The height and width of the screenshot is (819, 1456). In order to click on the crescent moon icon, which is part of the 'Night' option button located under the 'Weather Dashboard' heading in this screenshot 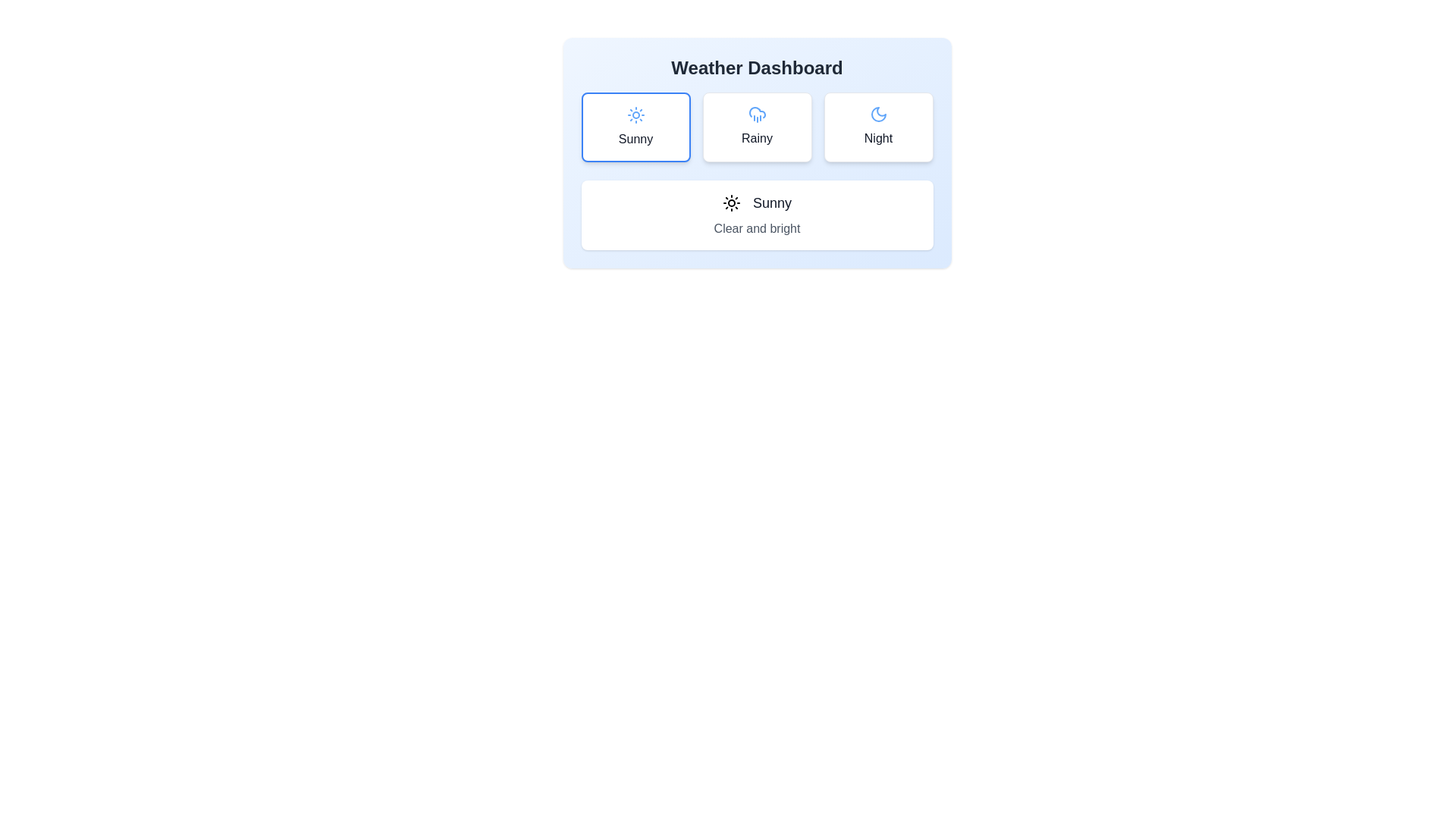, I will do `click(878, 113)`.